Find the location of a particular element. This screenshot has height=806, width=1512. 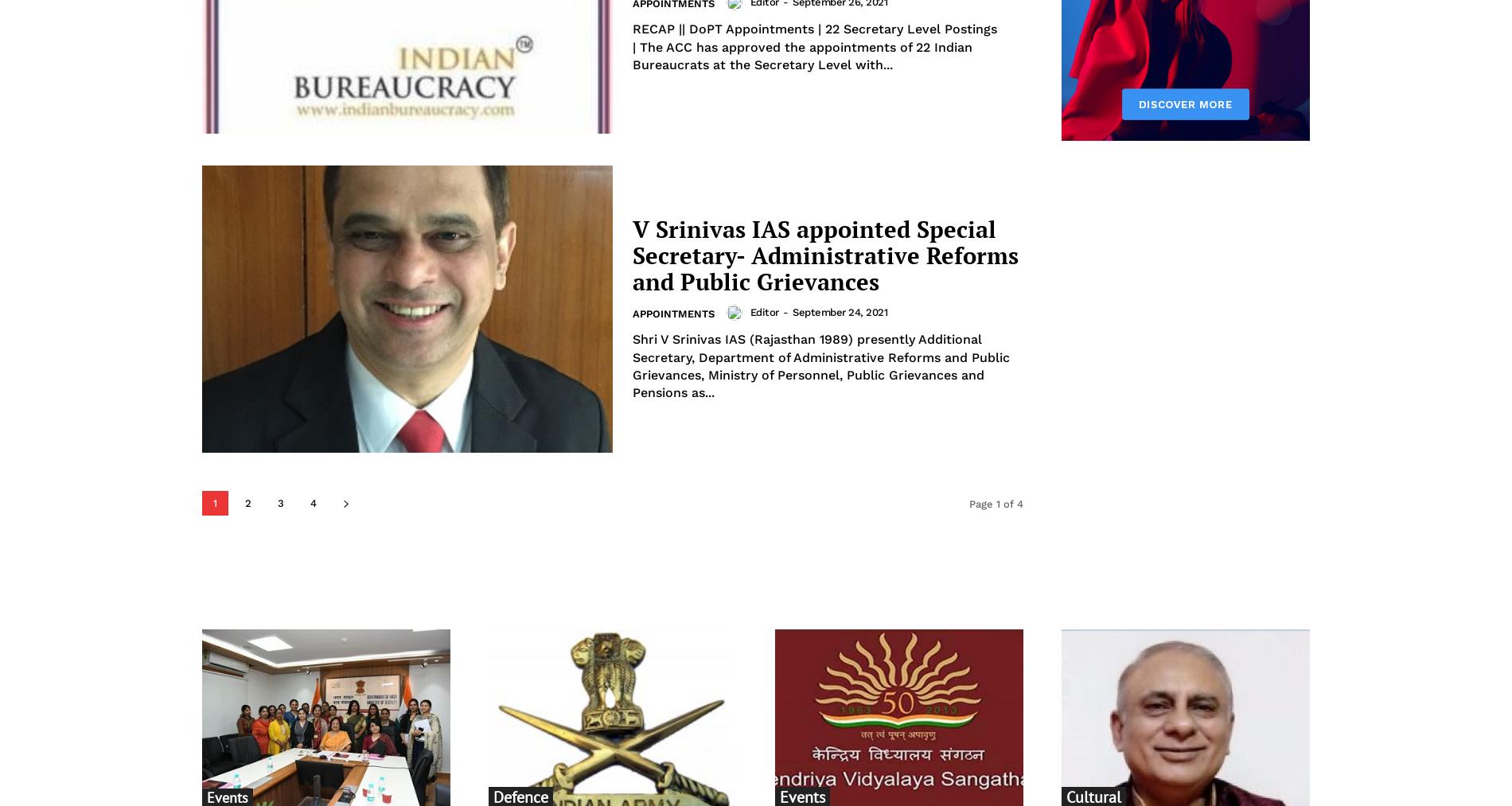

'RECAP || DoPT Appointments | 22 Secretary Level Postings | The ACC has approved the appointments of 22 Indian Bureaucrats at the Secretary Level with...' is located at coordinates (631, 45).